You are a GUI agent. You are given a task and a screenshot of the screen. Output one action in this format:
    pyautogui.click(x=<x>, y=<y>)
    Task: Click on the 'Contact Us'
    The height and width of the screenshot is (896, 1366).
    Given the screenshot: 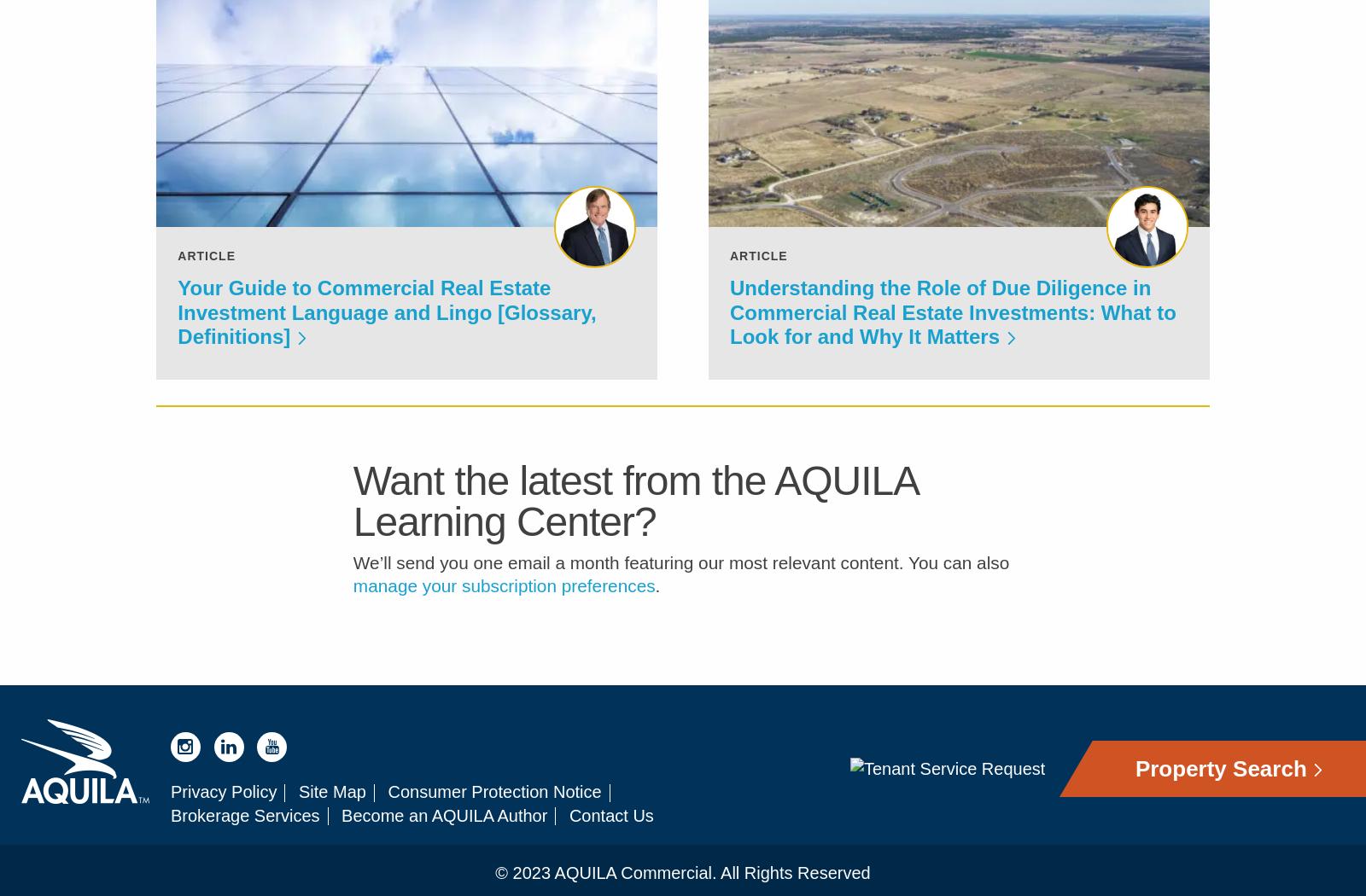 What is the action you would take?
    pyautogui.click(x=610, y=826)
    